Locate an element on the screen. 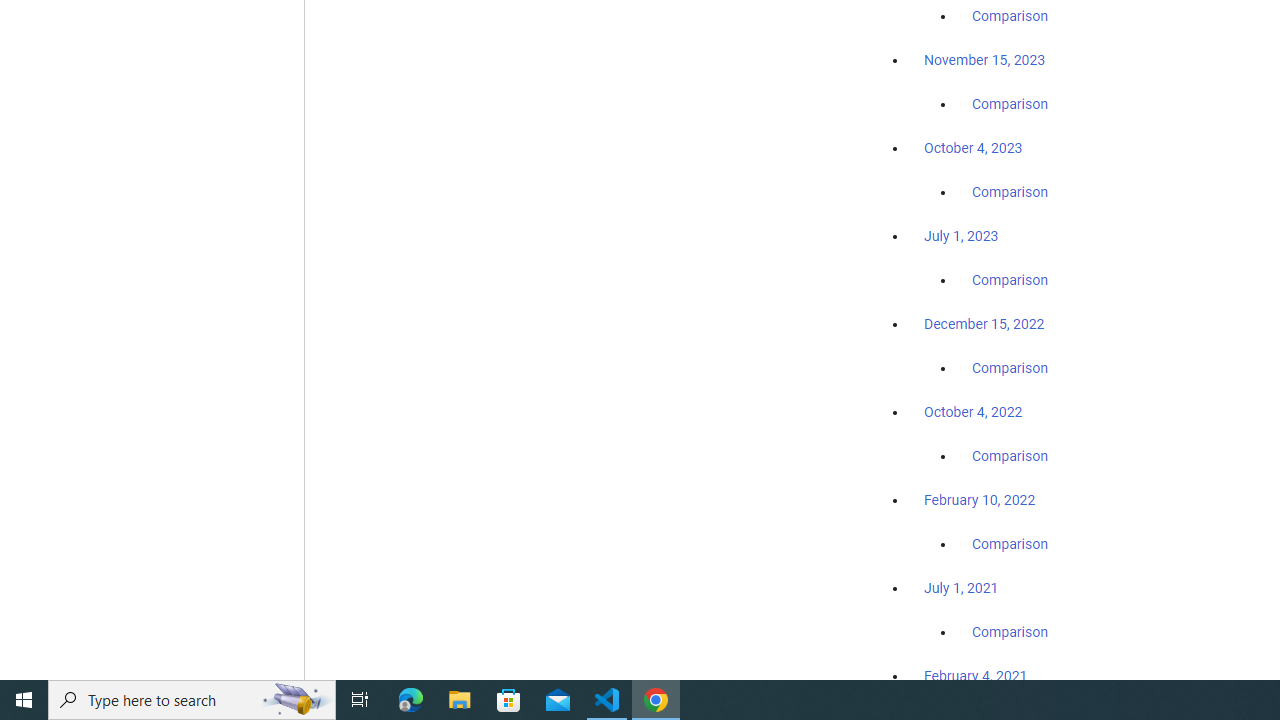  'July 1, 2021' is located at coordinates (961, 586).